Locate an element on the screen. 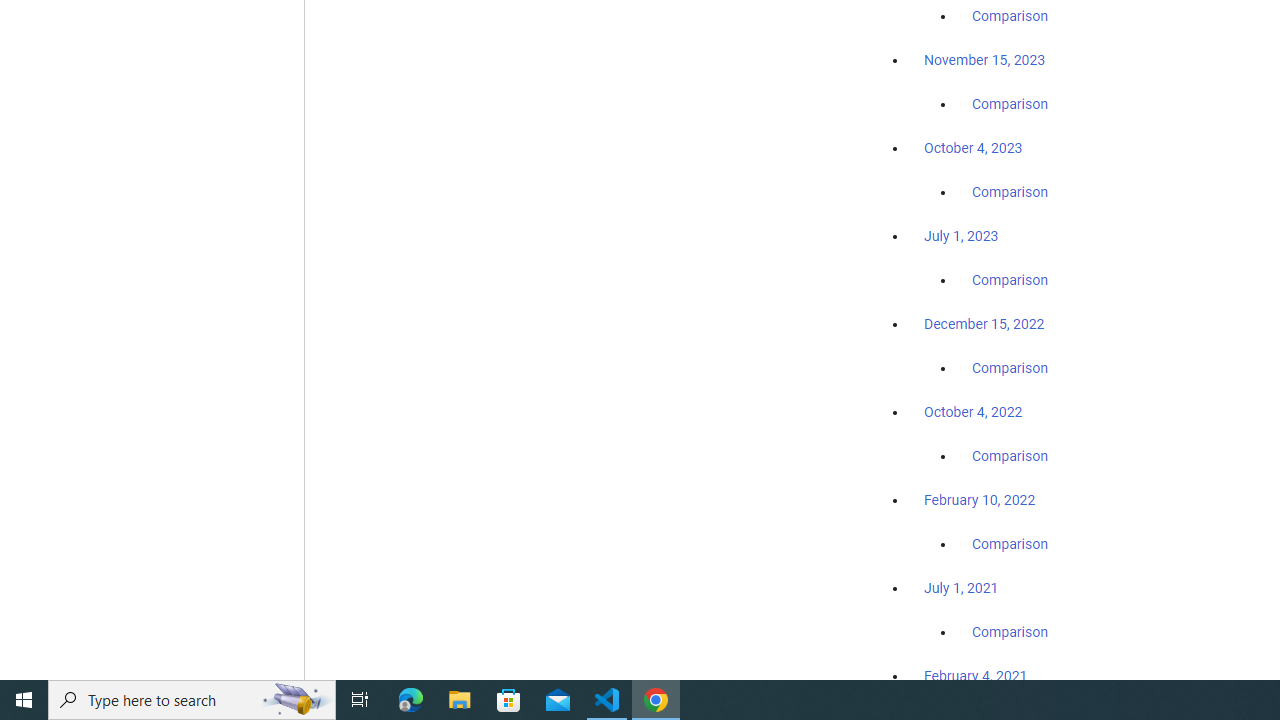  'July 1, 2021' is located at coordinates (961, 586).